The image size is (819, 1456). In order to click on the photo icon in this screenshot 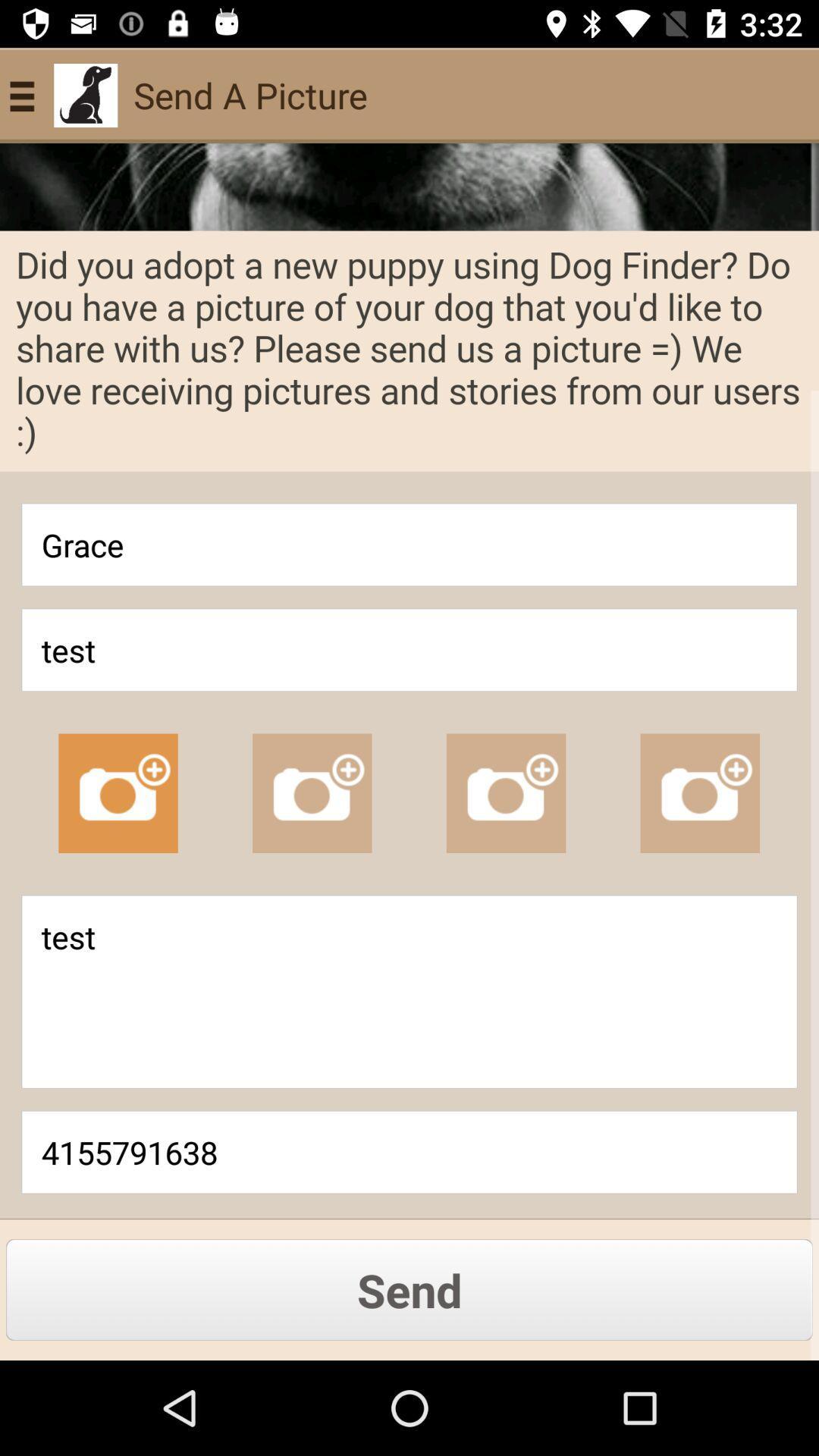, I will do `click(506, 792)`.